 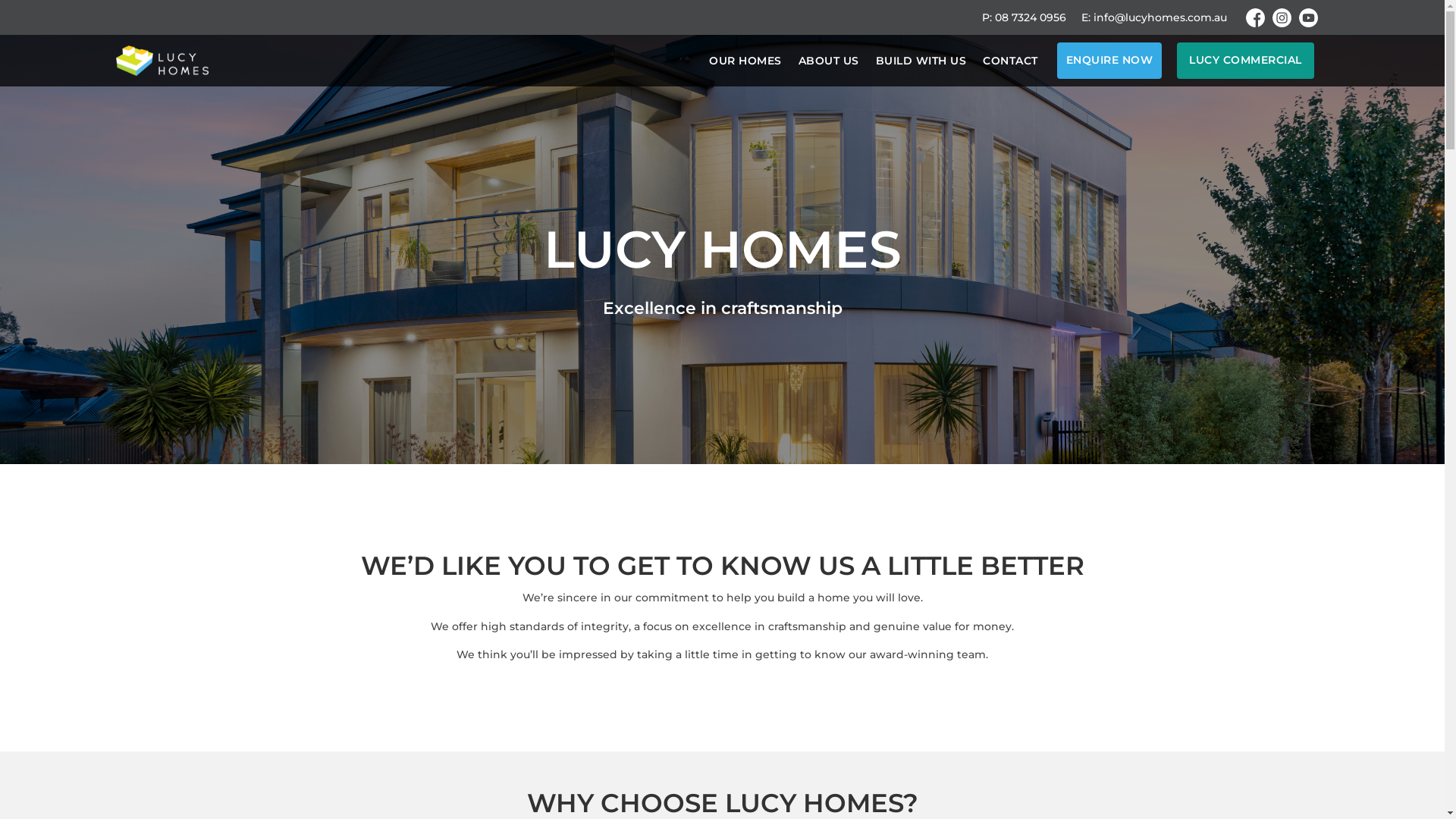 What do you see at coordinates (1056, 60) in the screenshot?
I see `'ENQUIRE NOW'` at bounding box center [1056, 60].